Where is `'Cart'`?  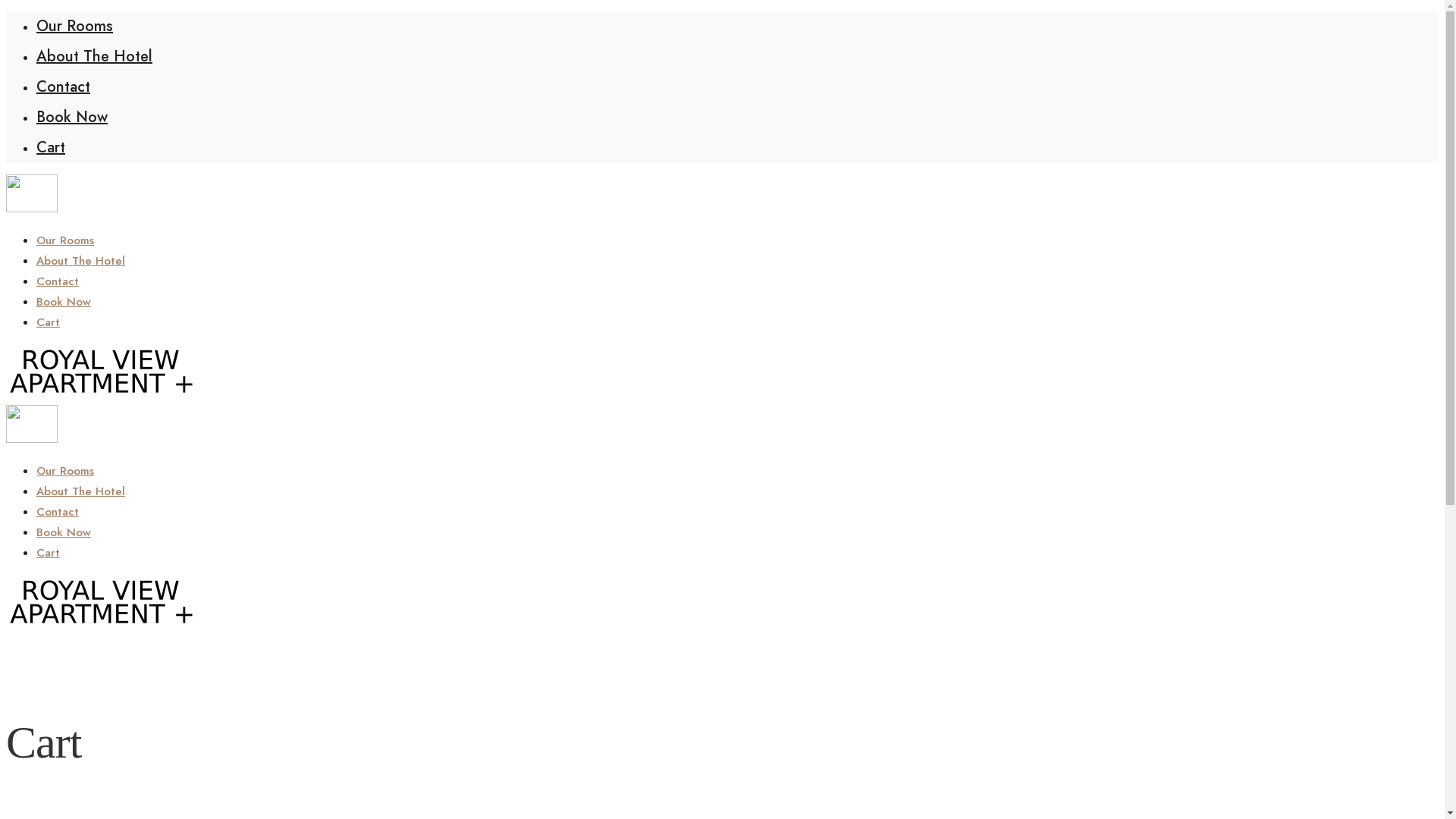
'Cart' is located at coordinates (51, 147).